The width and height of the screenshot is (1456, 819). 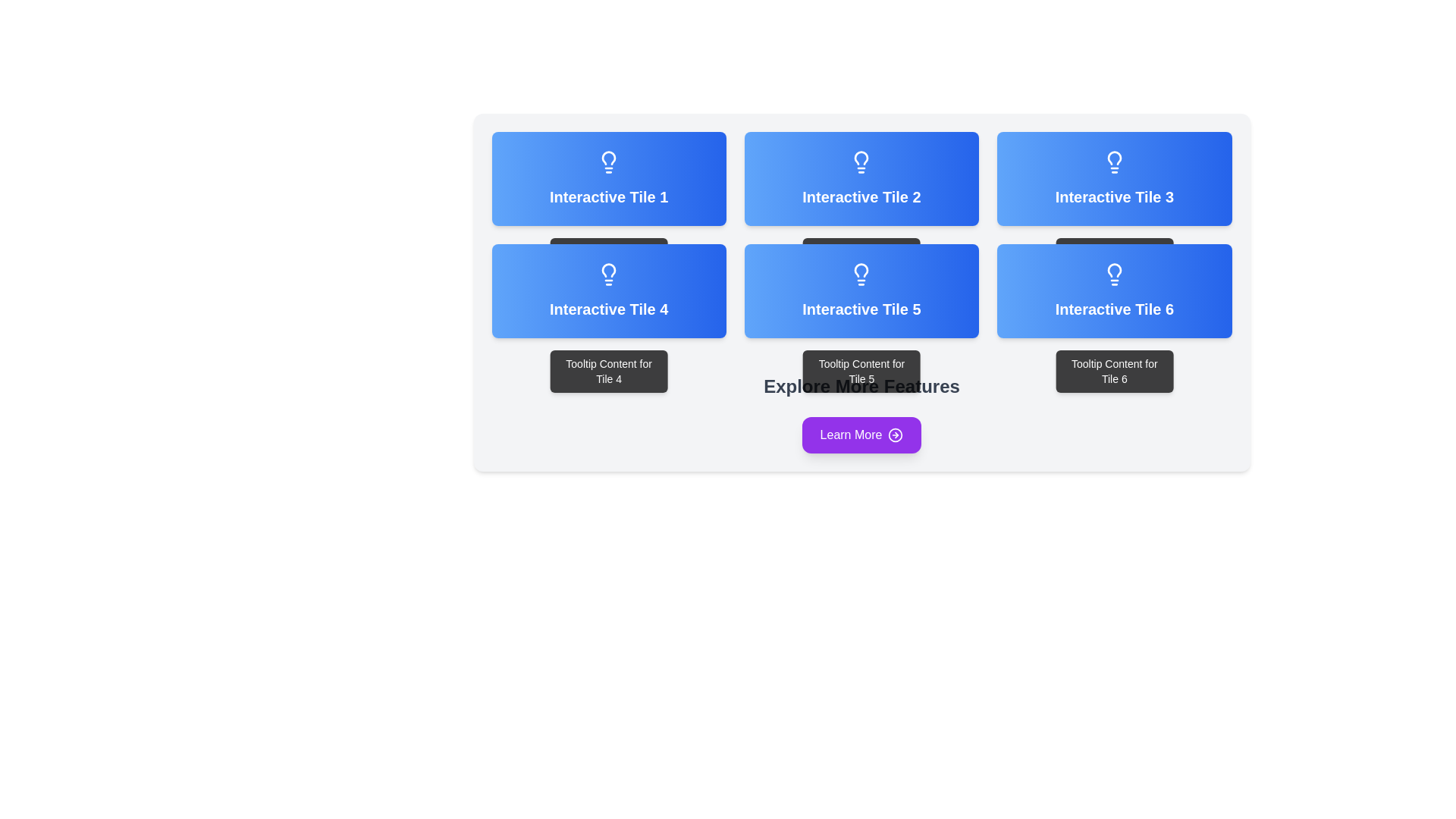 I want to click on the interactive tile labeled 'Interactive Tile 2', which features a gradient blue background and a light bulb icon at the top, so click(x=861, y=177).